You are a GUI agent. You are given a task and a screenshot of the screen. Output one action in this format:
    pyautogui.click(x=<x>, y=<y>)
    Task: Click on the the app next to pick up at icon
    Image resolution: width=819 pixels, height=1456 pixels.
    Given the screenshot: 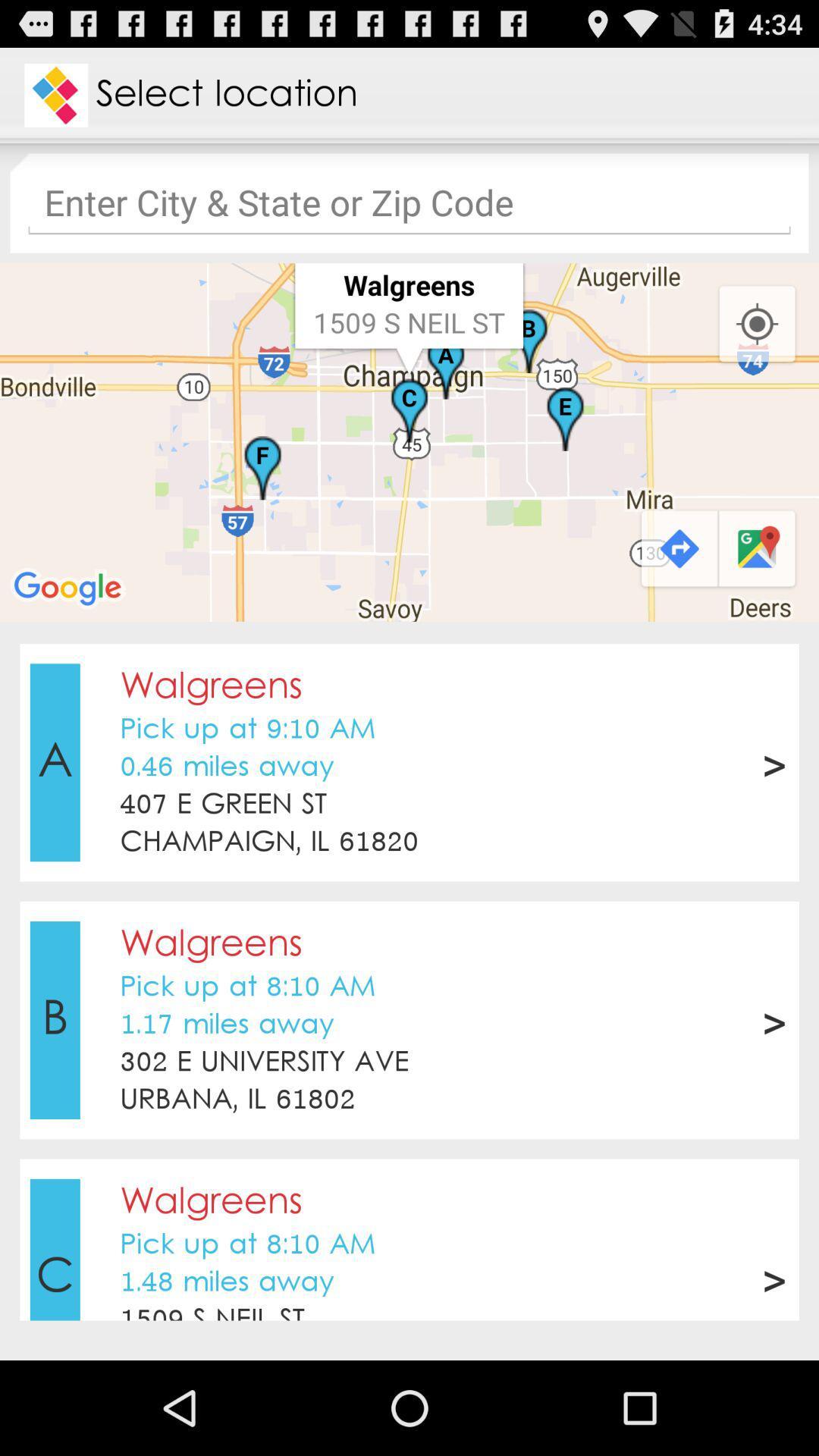 What is the action you would take?
    pyautogui.click(x=773, y=1277)
    